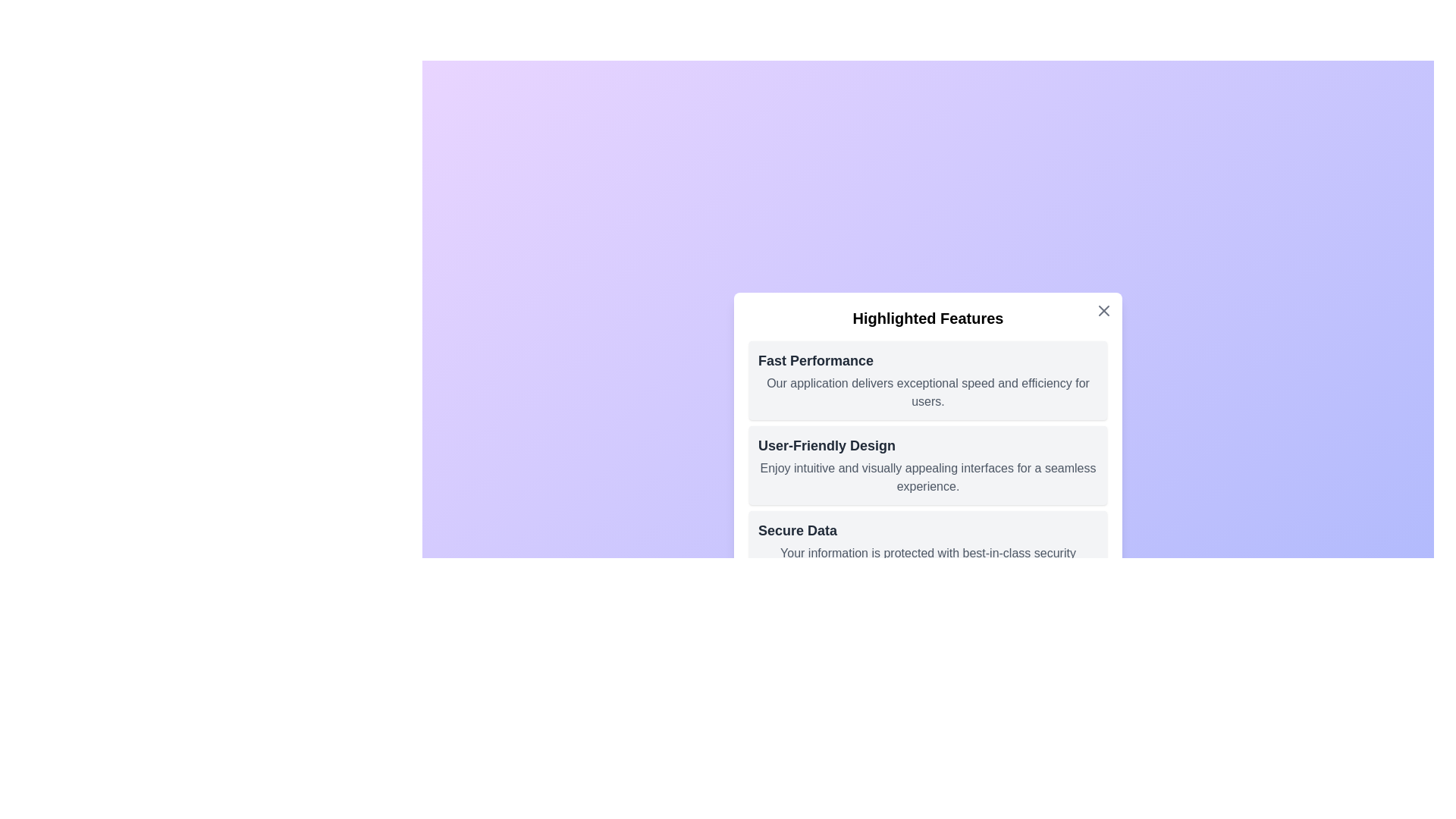 Image resolution: width=1456 pixels, height=819 pixels. Describe the element at coordinates (1103, 309) in the screenshot. I see `the close button to dismiss the dialog` at that location.